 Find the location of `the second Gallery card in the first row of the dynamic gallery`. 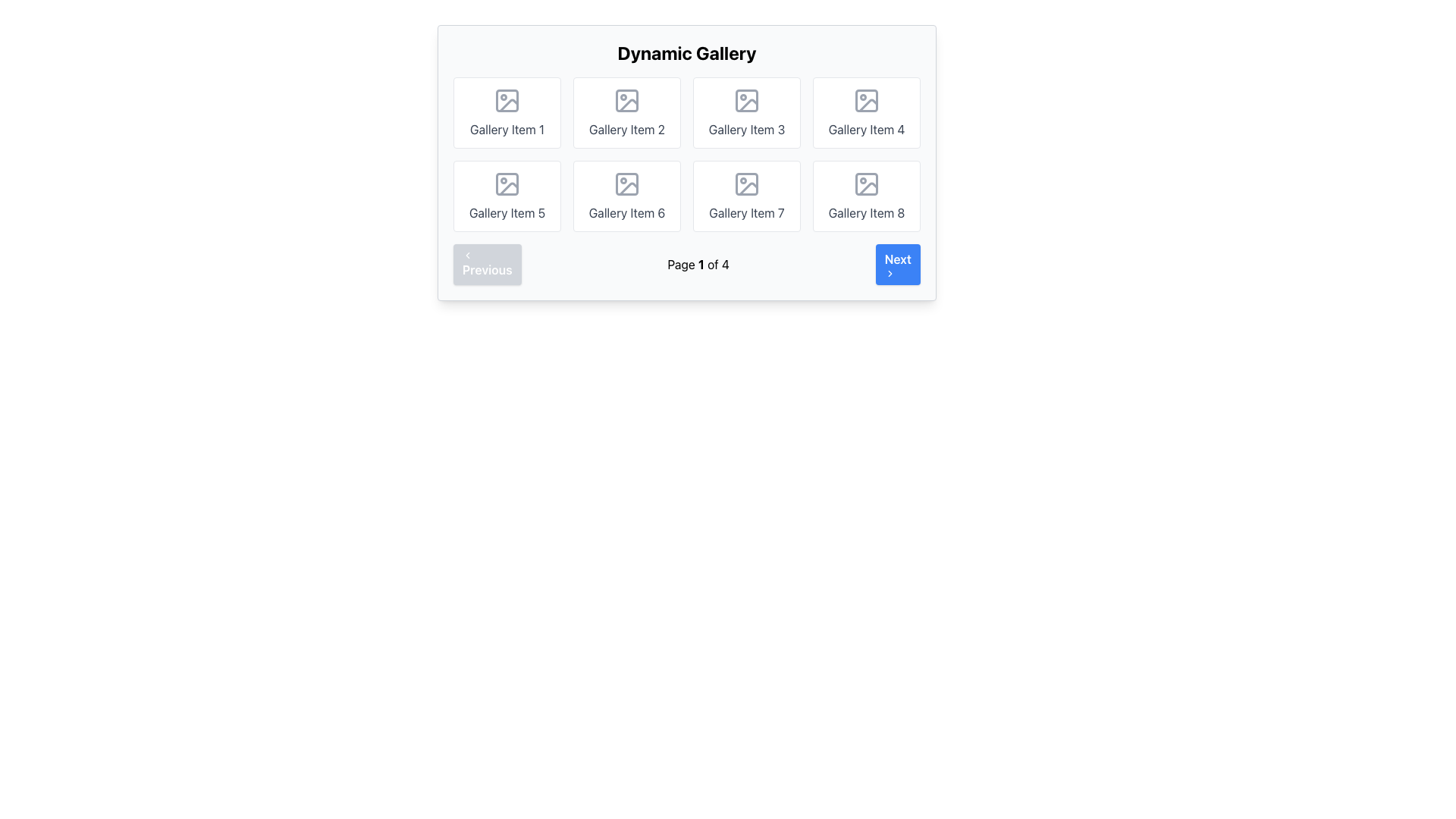

the second Gallery card in the first row of the dynamic gallery is located at coordinates (626, 112).